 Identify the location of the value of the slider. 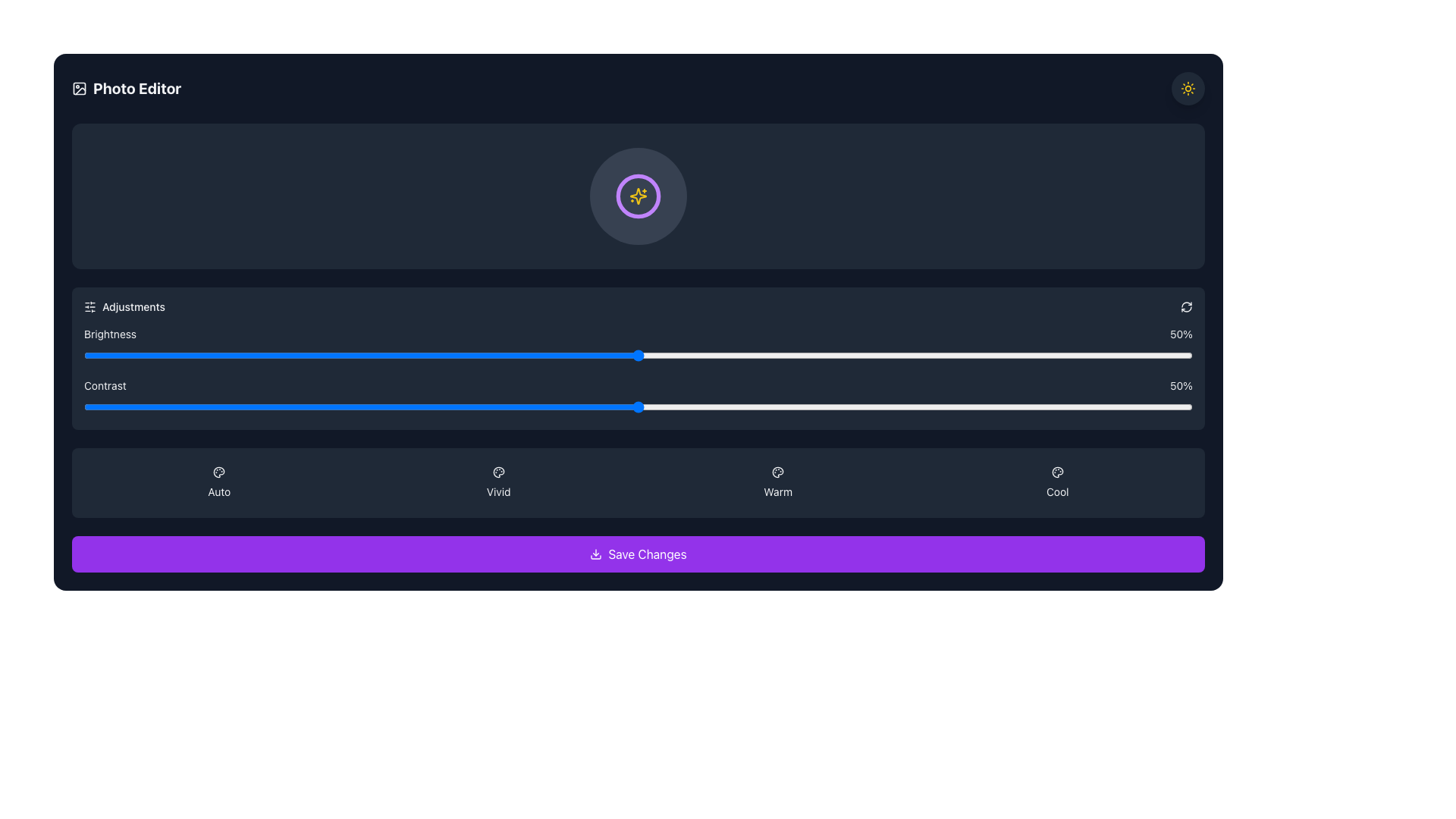
(1059, 406).